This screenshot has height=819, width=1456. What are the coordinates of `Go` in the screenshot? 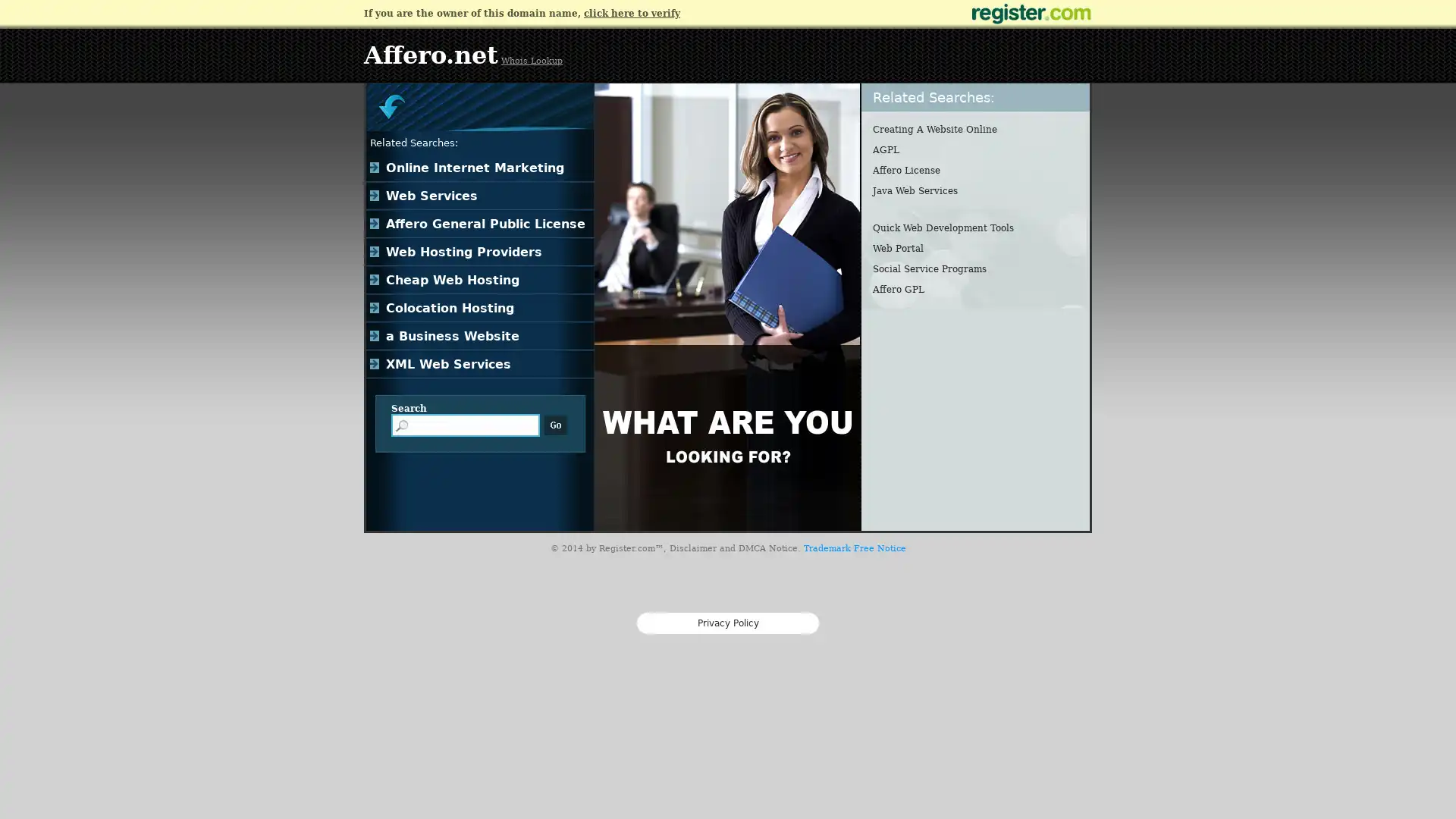 It's located at (555, 425).